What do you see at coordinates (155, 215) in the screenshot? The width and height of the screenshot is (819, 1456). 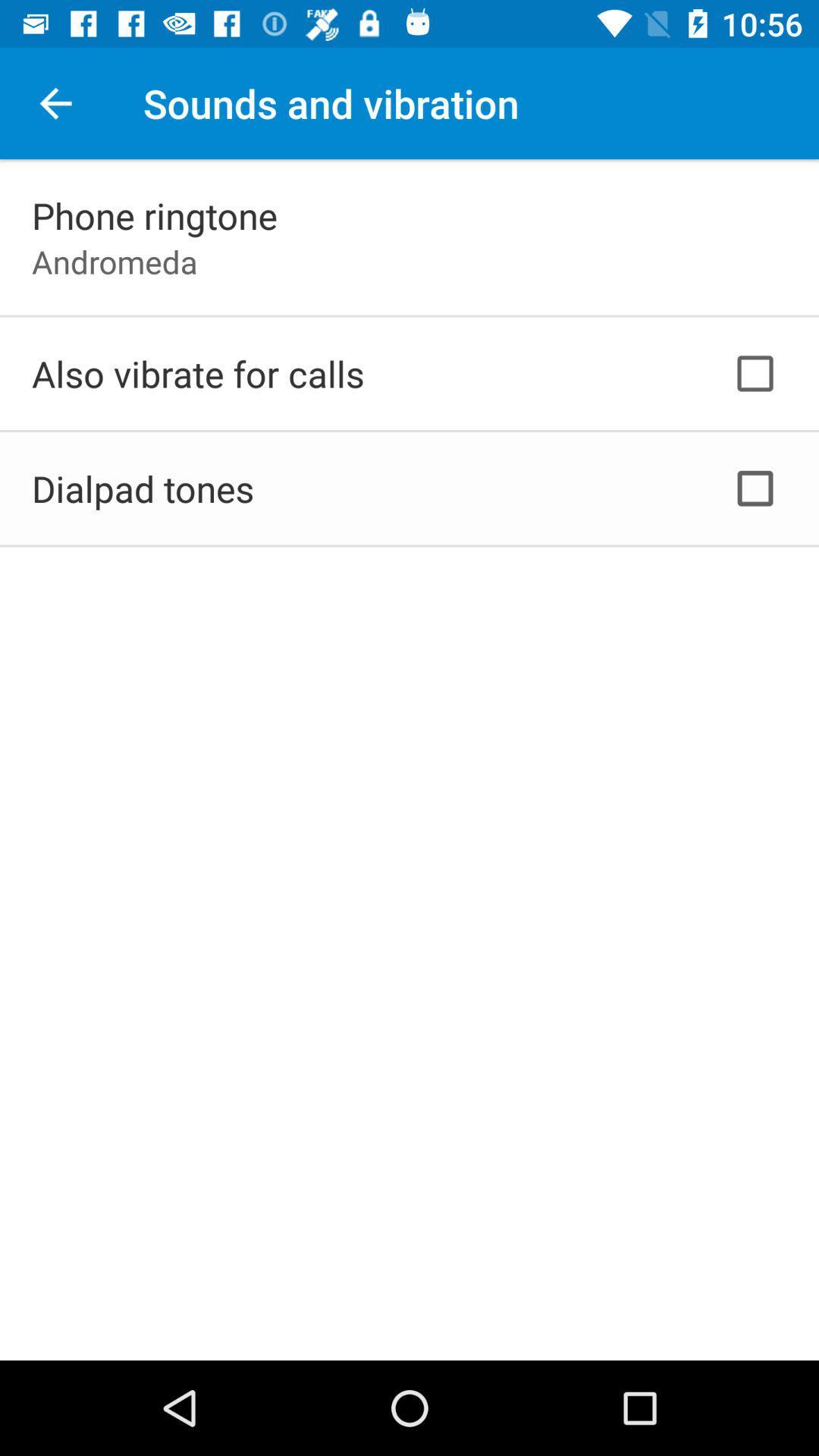 I see `the phone ringtone` at bounding box center [155, 215].